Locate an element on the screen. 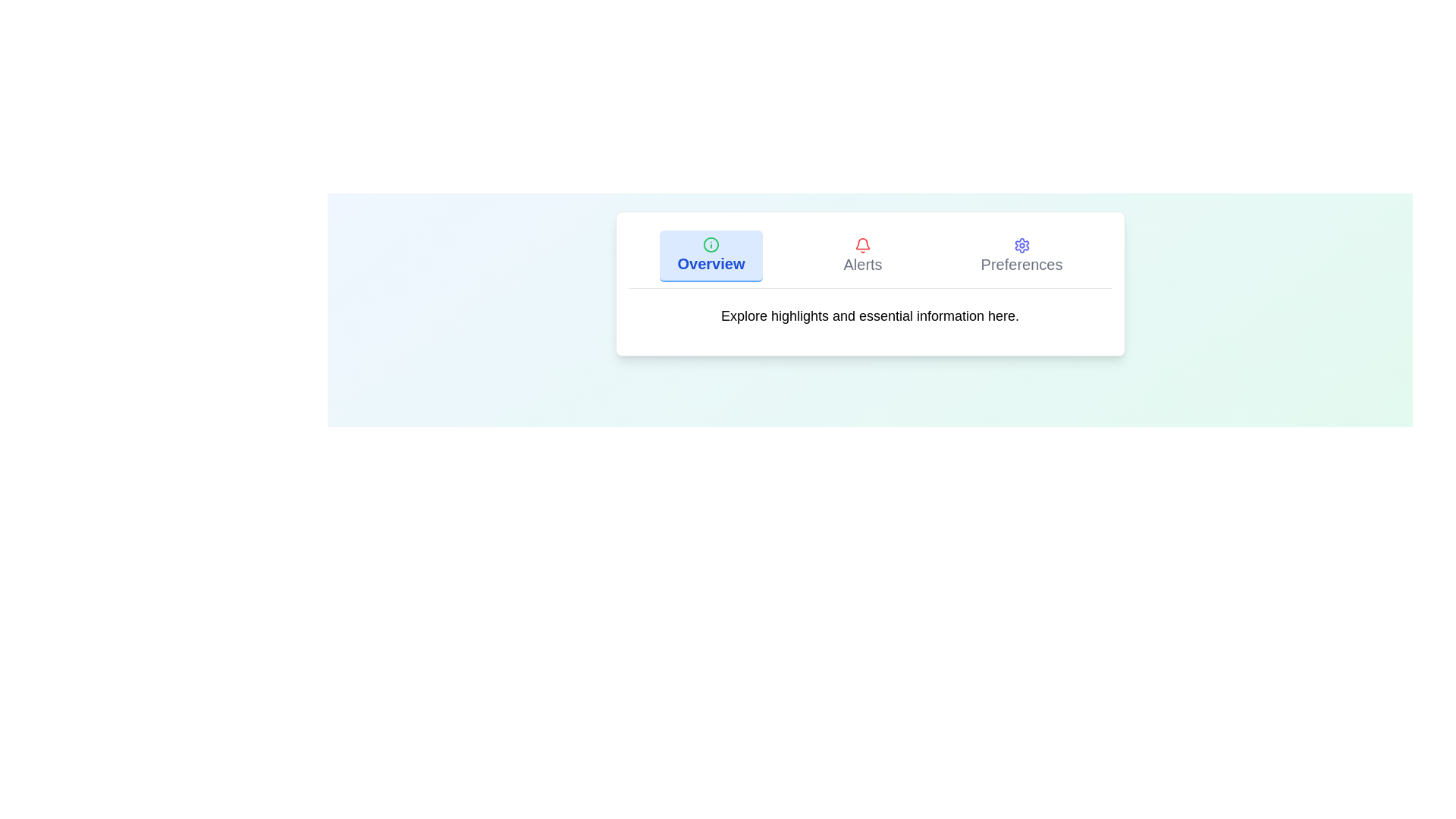 The image size is (1456, 819). the tab with the title Alerts to inspect its details is located at coordinates (862, 256).